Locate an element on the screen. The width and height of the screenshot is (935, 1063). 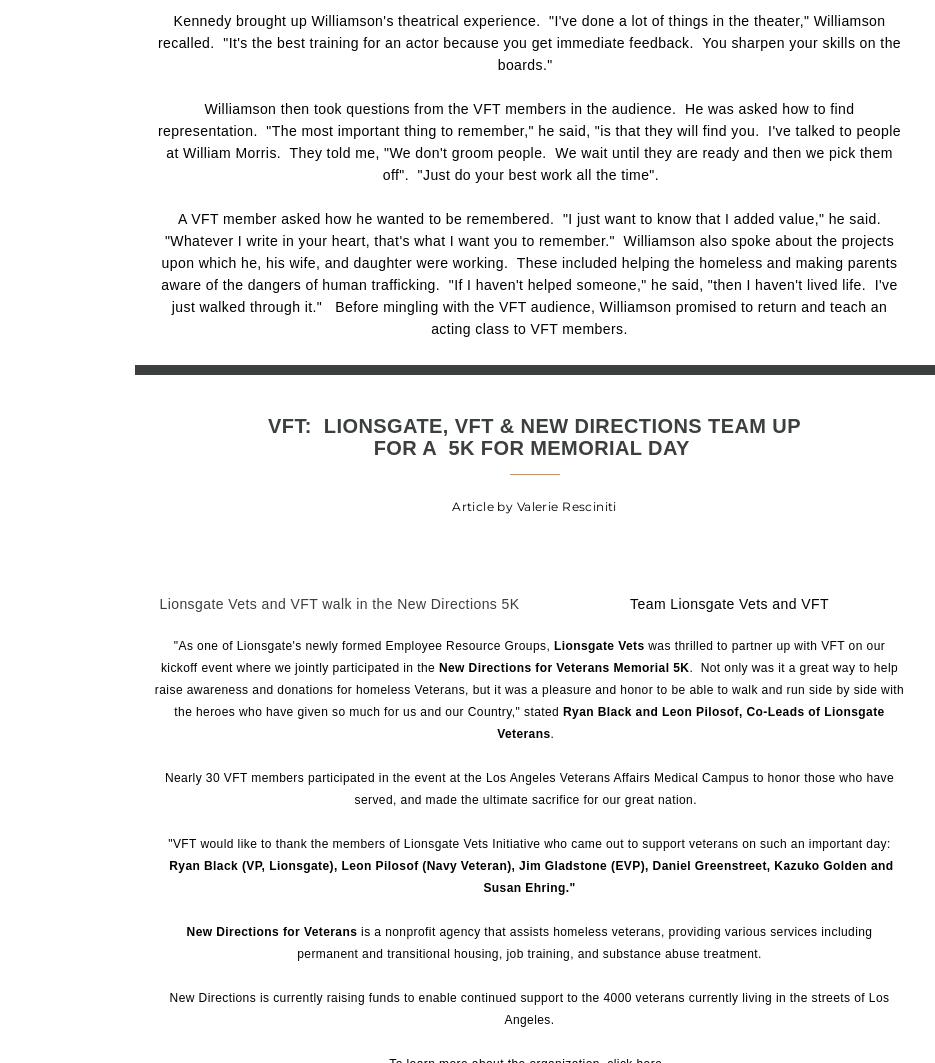
'Ryan Black (VP, Lionsgate), Leon Pilosof (Navy Veteran), Jim Gladstone (EVP), Daniel Greenstreet, Kazuko Golden and Susan Ehring."' is located at coordinates (529, 875).